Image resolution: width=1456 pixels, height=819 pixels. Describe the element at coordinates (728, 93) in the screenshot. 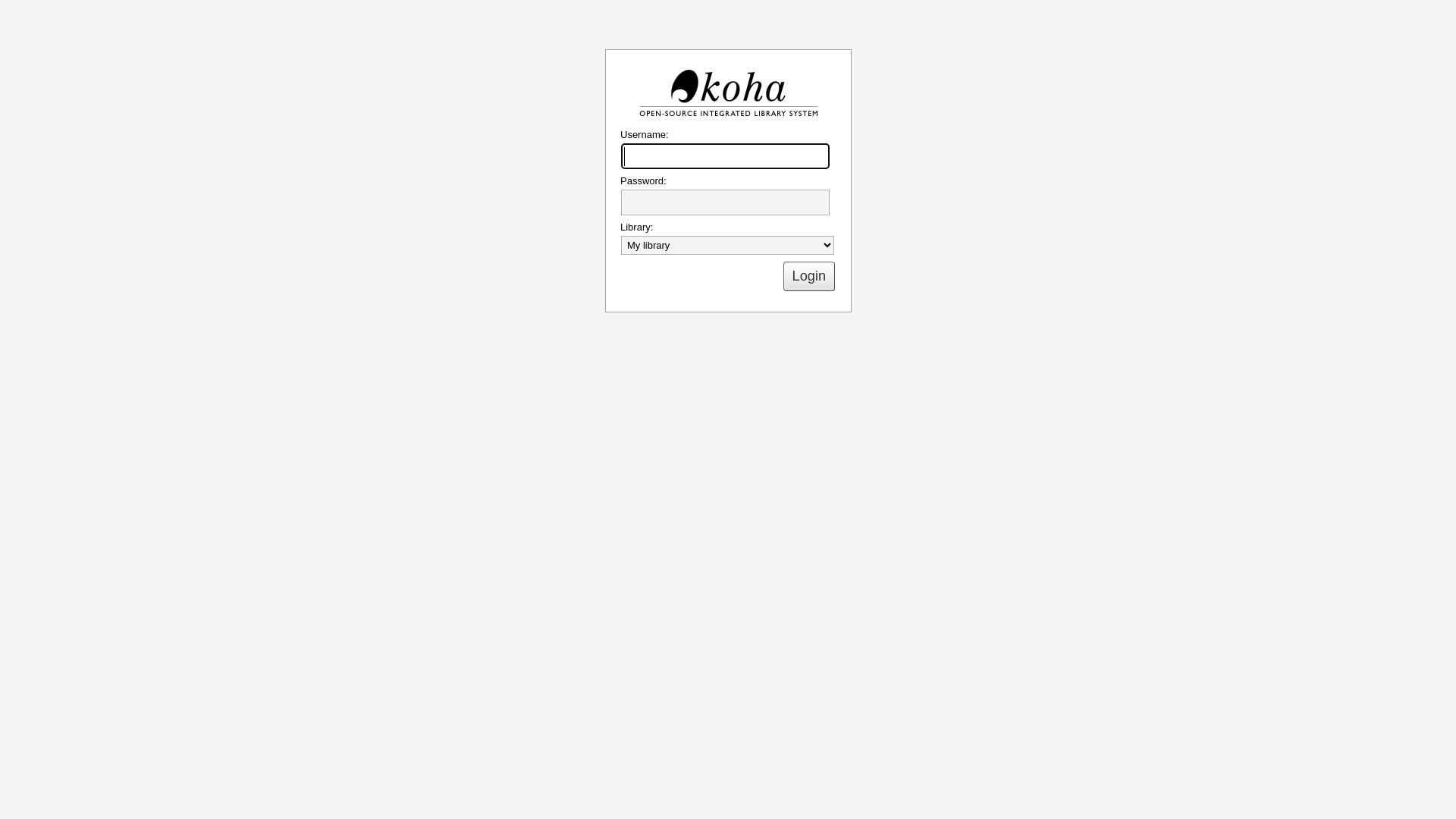

I see `'Koha'` at that location.